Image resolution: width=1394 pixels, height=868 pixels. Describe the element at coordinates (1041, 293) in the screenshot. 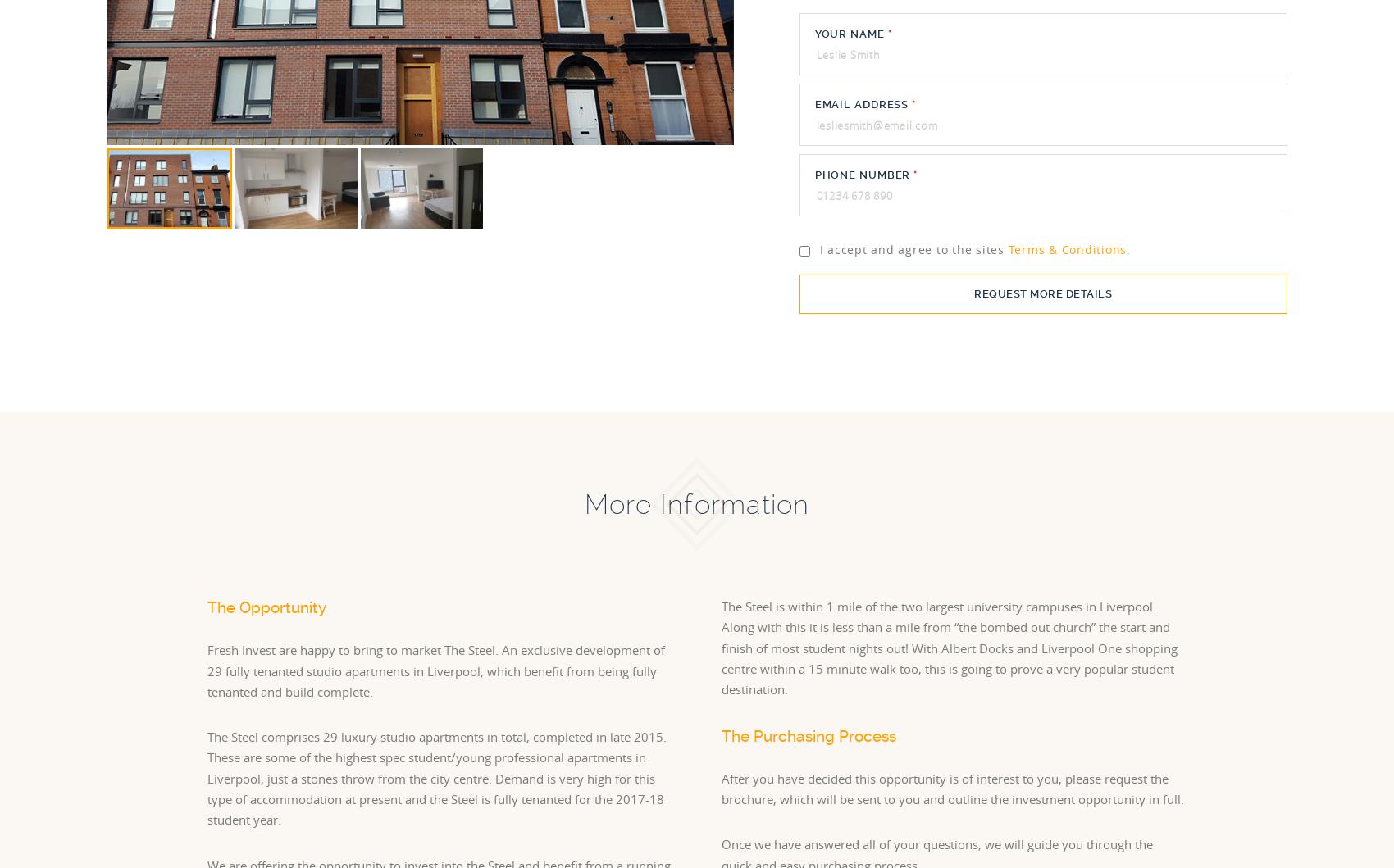

I see `'Request more details'` at that location.